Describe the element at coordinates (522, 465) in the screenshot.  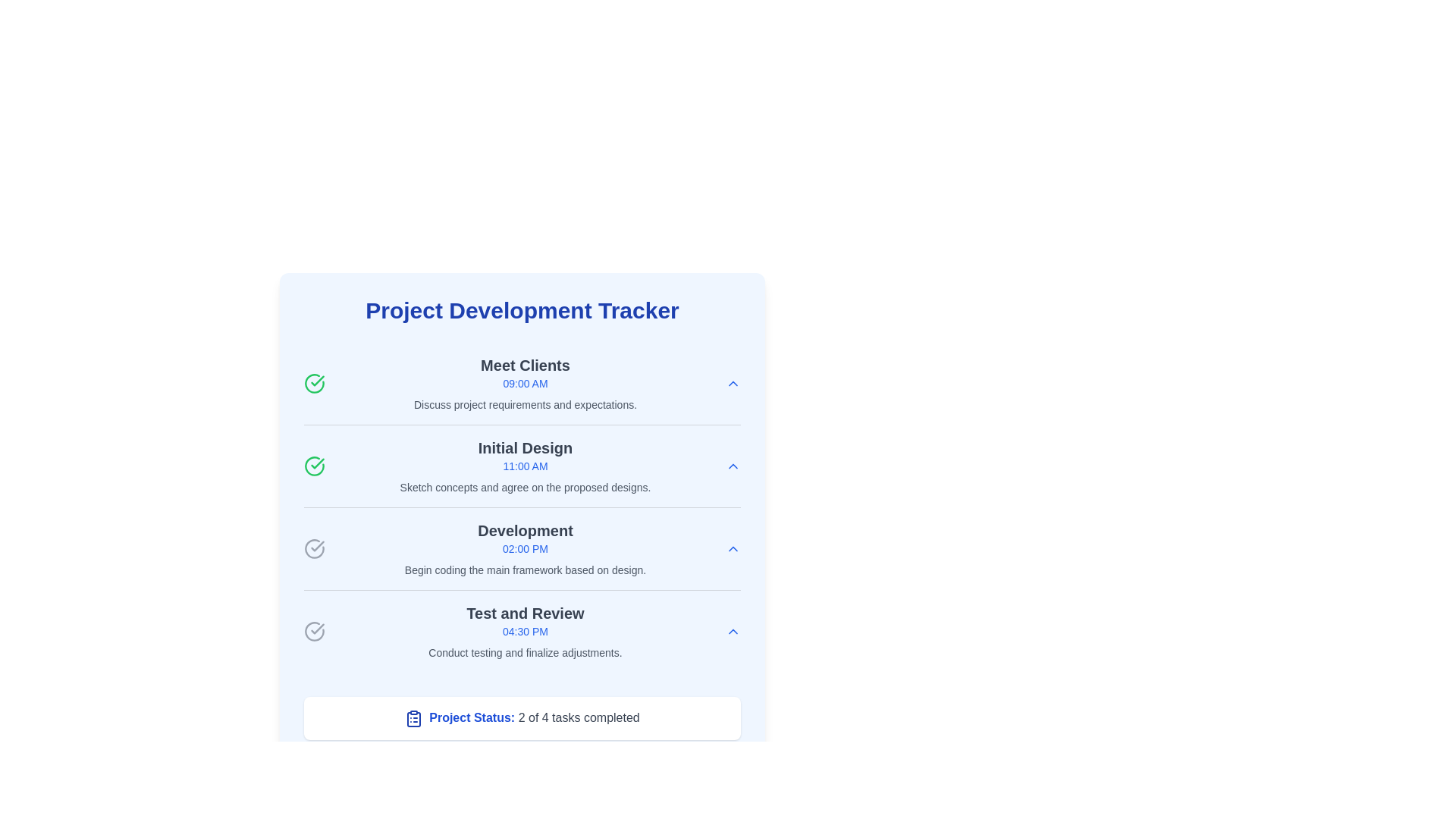
I see `the Task entry in the scheduler interface that displays 'Initial Design' prominently in bold, with the subtitle '11:00 AM' in blue and a description below it` at that location.